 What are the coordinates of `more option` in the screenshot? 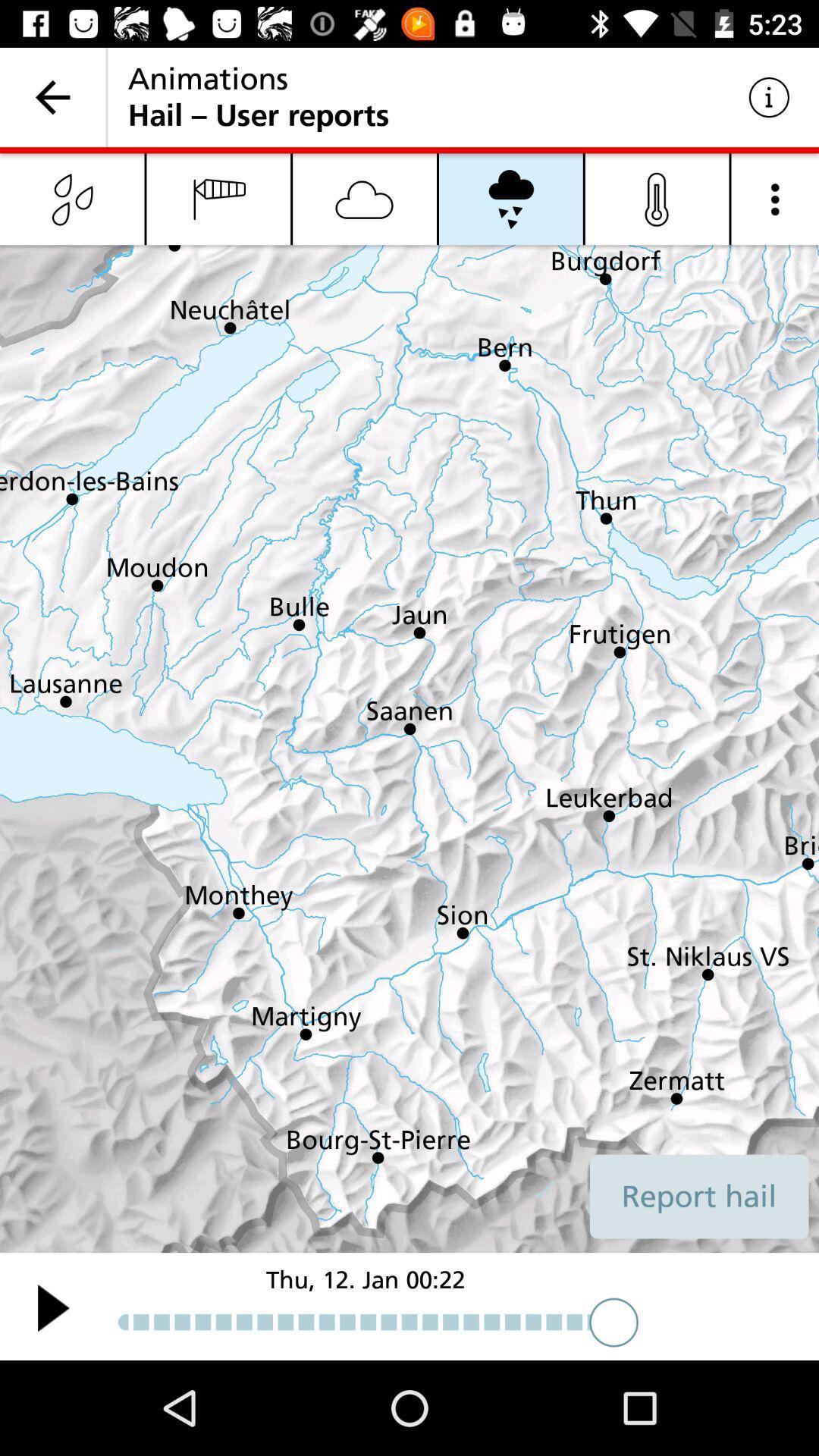 It's located at (775, 198).